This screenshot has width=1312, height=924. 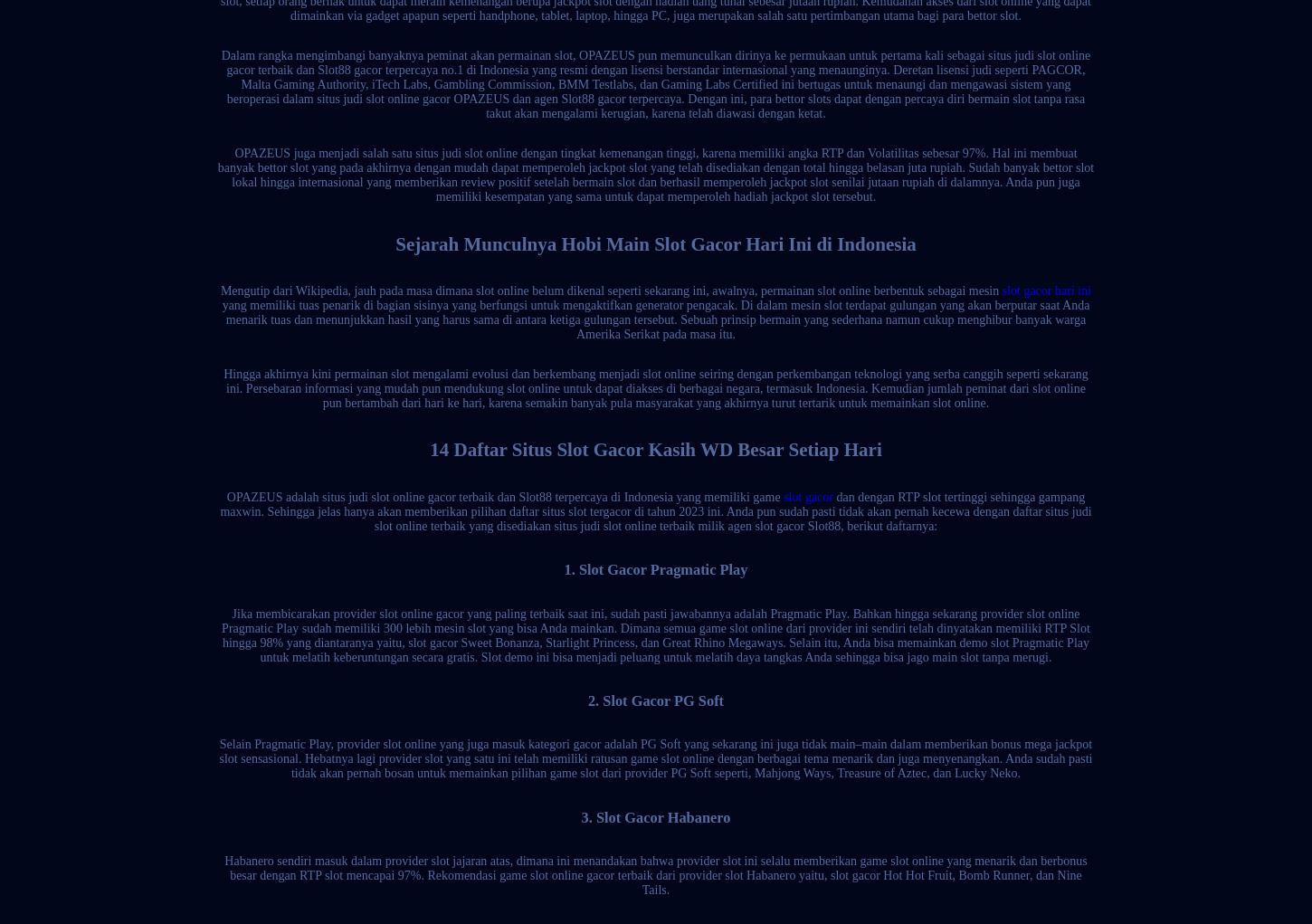 What do you see at coordinates (654, 510) in the screenshot?
I see `'dan dengan RTP slot tertinggi sehingga gampang maxwin. Sehingga jelas hanya akan memberikan pilihan daftar situs slot tergacor di tahun 2023 ini. Anda pun sudah pasti tidak akan pernah kecewa dengan daftar situs judi slot online terbaik yang disediakan situs judi slot online terbaik milik agen slot gacor Slot88, berikut daftarnya:'` at bounding box center [654, 510].